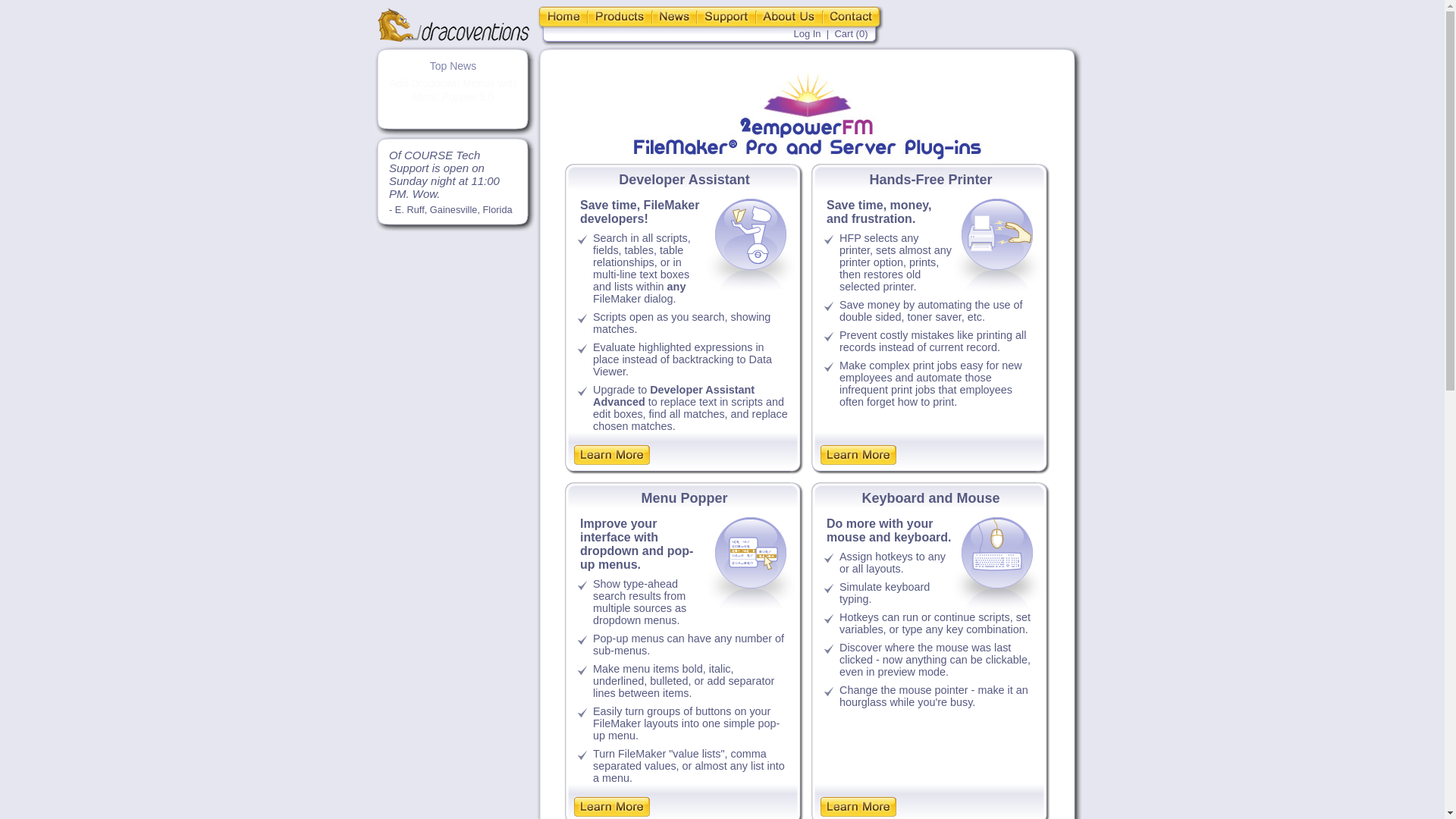 The image size is (1456, 819). I want to click on 'Top News', so click(452, 65).